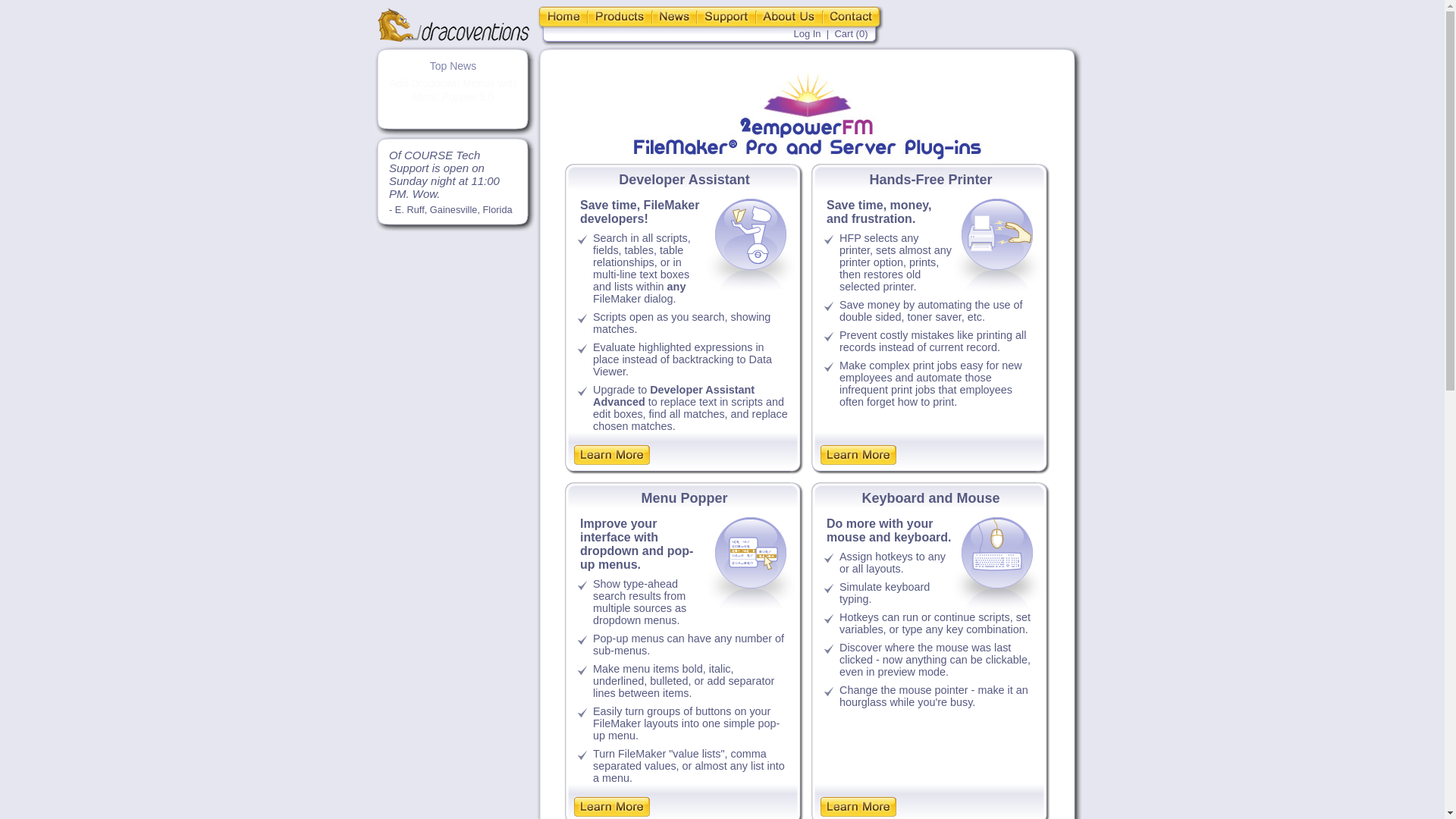 The image size is (1456, 819). I want to click on 'Top News', so click(452, 65).